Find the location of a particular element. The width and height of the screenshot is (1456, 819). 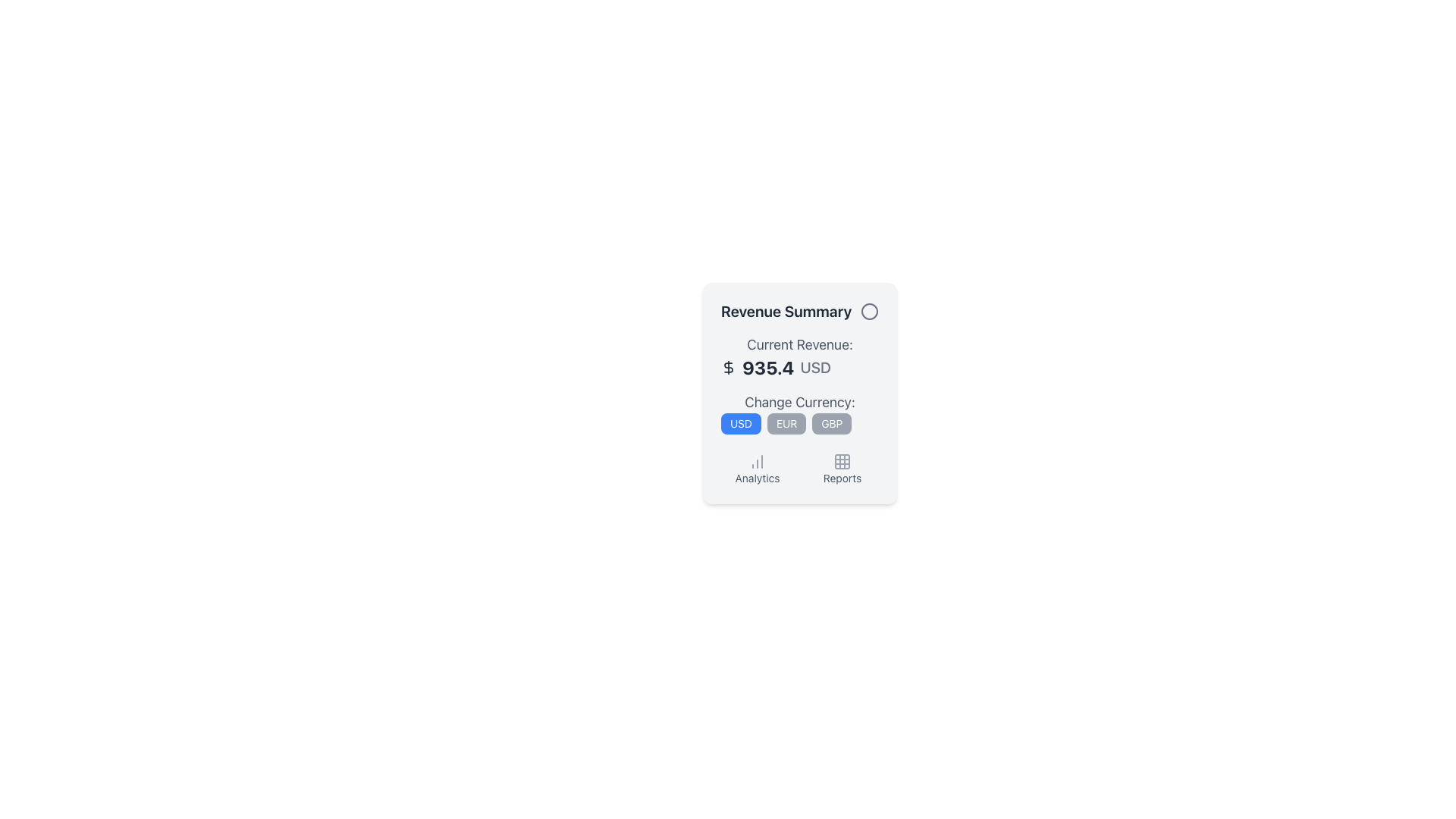

the 'Analytics' icon located in the top-left corner of the grid section under the 'Revenue Summary' title is located at coordinates (757, 461).